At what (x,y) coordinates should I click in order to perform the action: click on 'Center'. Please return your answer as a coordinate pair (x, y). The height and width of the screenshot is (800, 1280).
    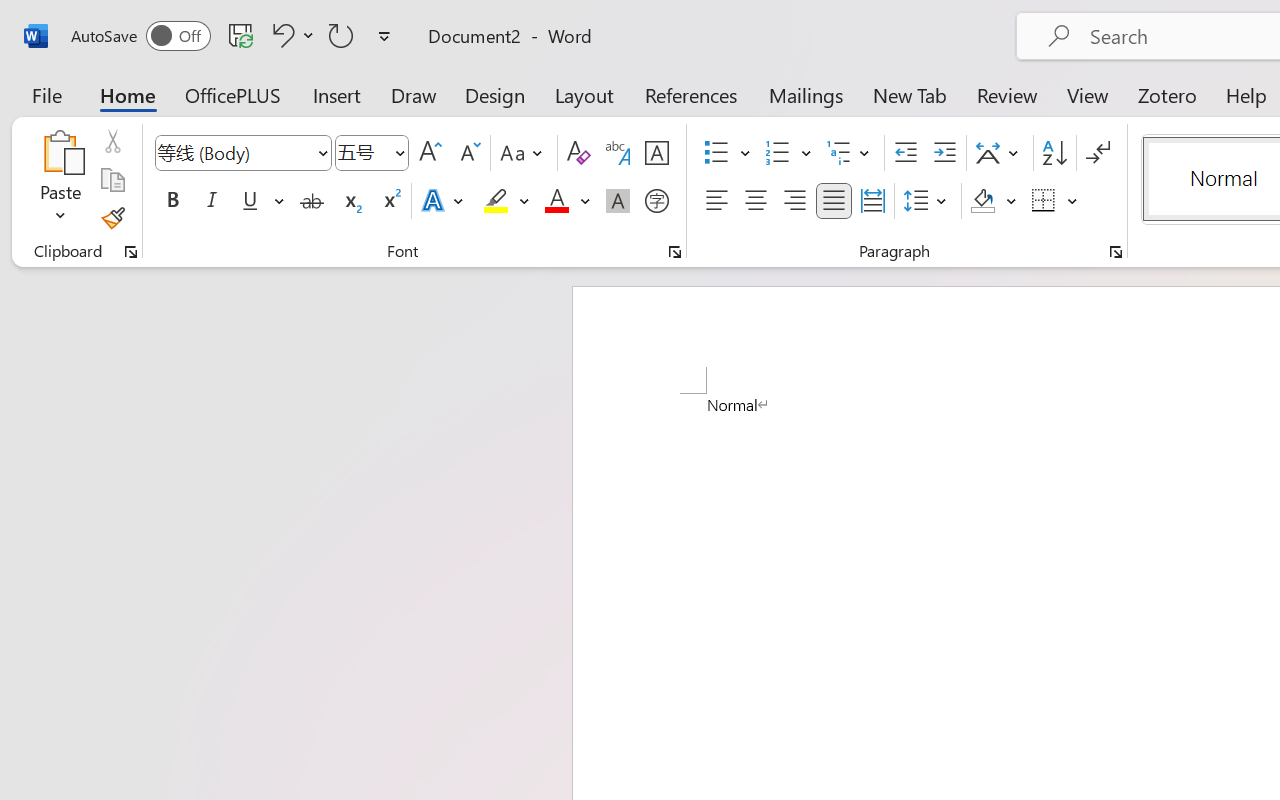
    Looking at the image, I should click on (755, 201).